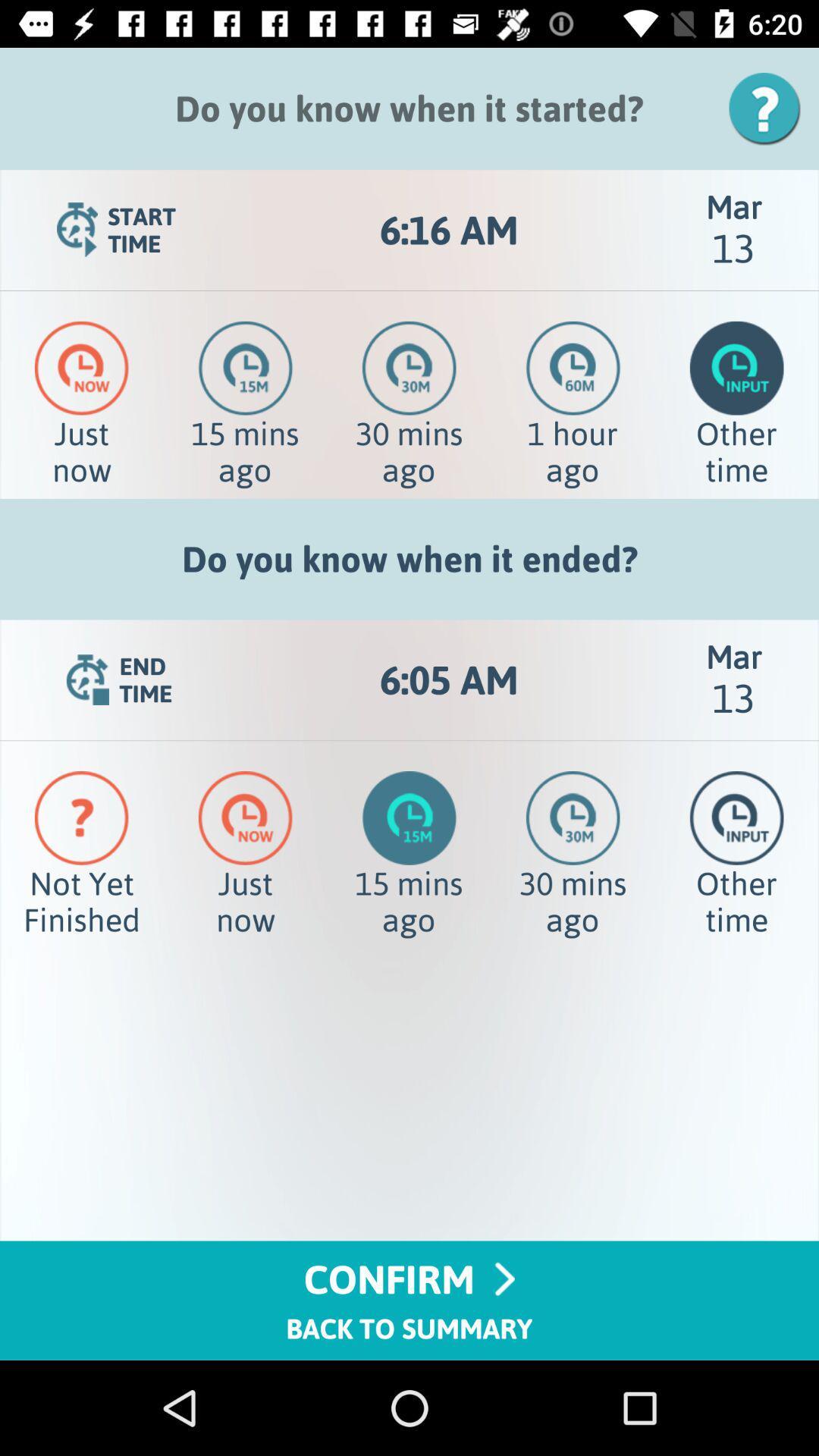 The height and width of the screenshot is (1456, 819). What do you see at coordinates (81, 368) in the screenshot?
I see `the time icon` at bounding box center [81, 368].